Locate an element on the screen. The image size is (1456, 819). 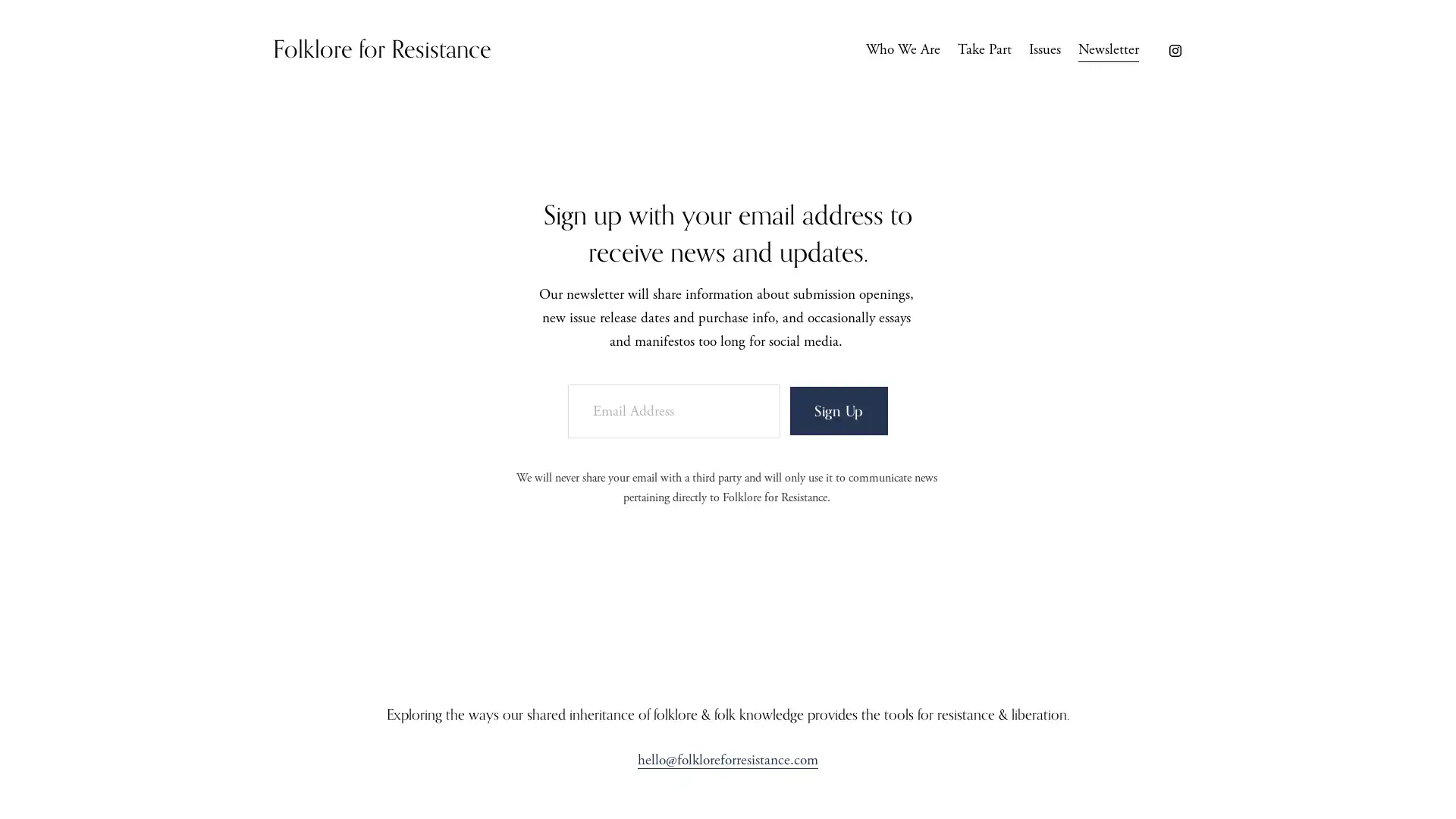
Sign Up is located at coordinates (837, 411).